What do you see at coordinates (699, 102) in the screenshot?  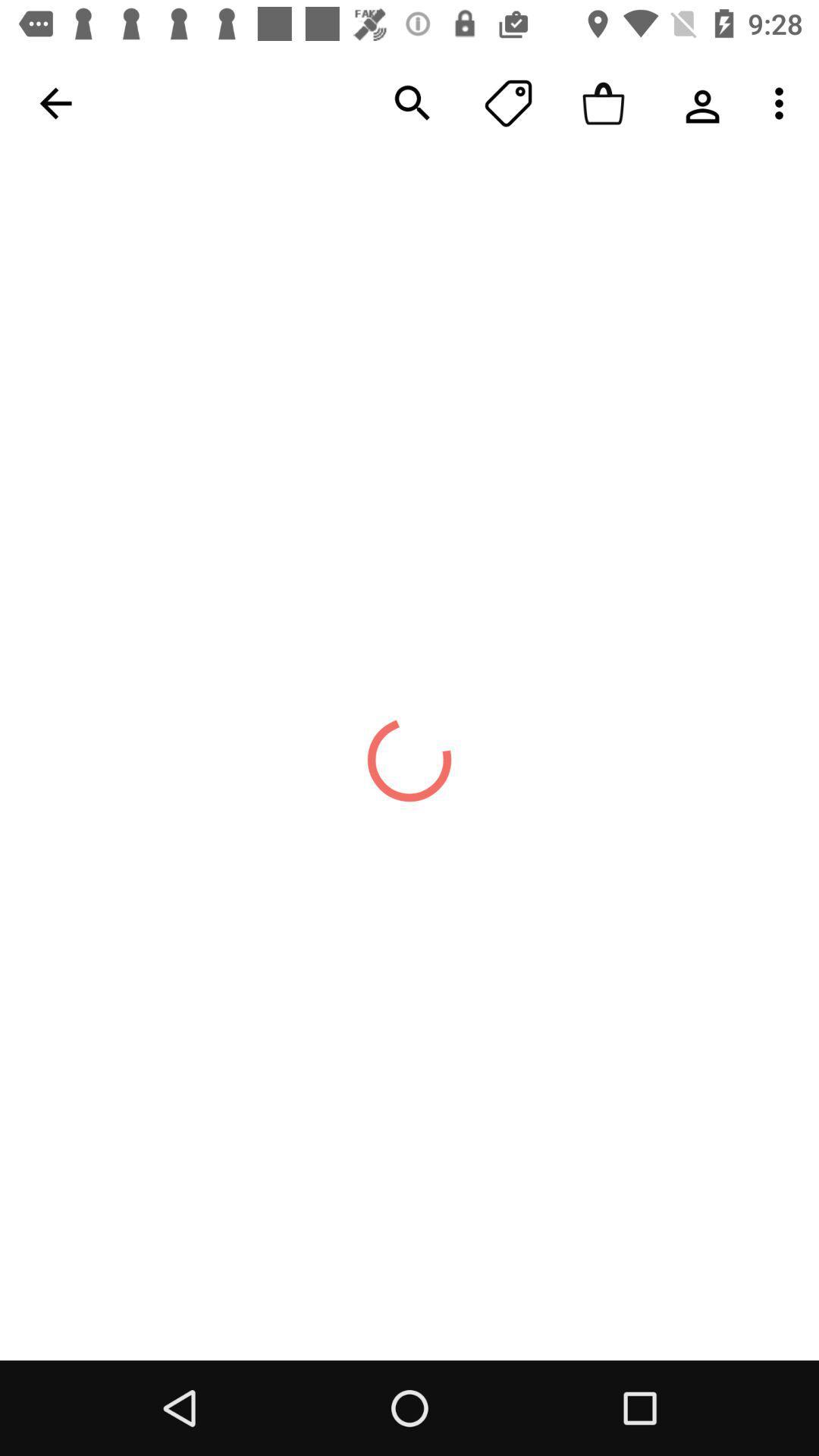 I see `the profile button` at bounding box center [699, 102].